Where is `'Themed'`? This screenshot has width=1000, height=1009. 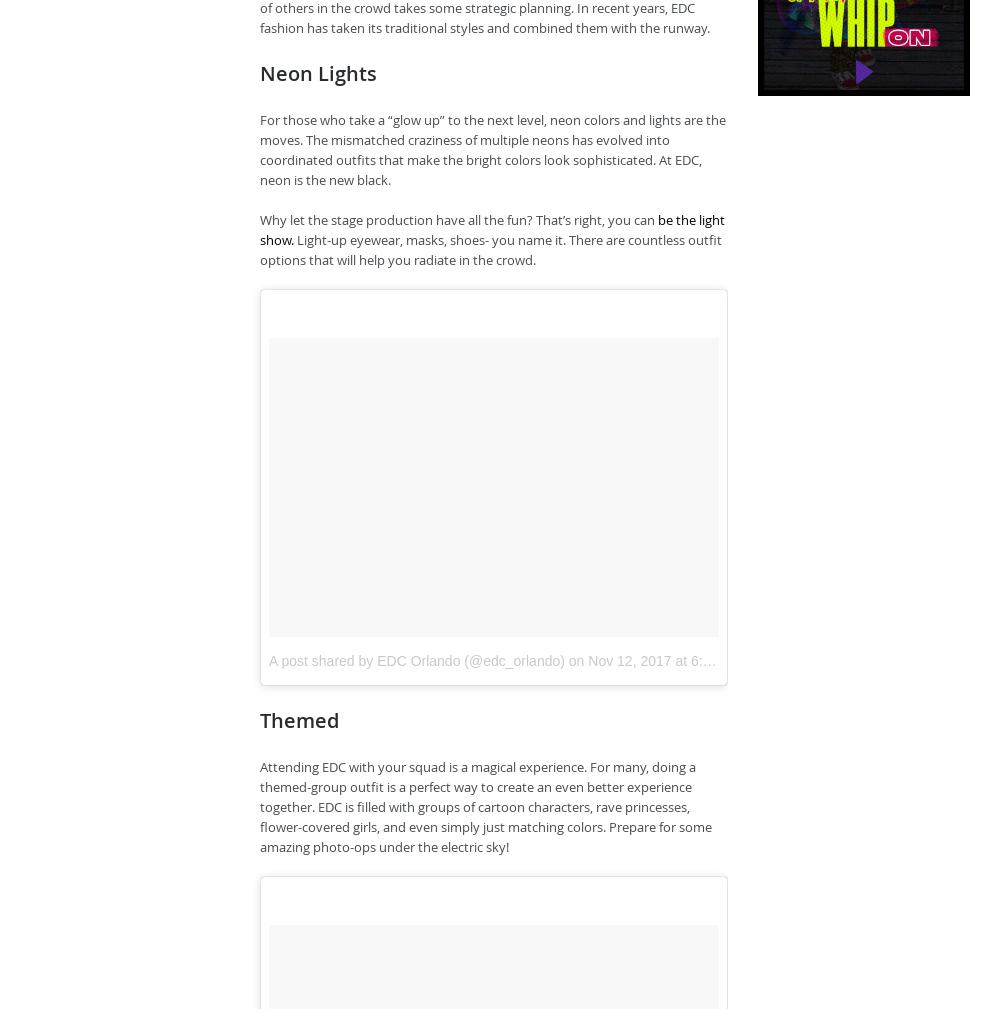 'Themed' is located at coordinates (299, 719).